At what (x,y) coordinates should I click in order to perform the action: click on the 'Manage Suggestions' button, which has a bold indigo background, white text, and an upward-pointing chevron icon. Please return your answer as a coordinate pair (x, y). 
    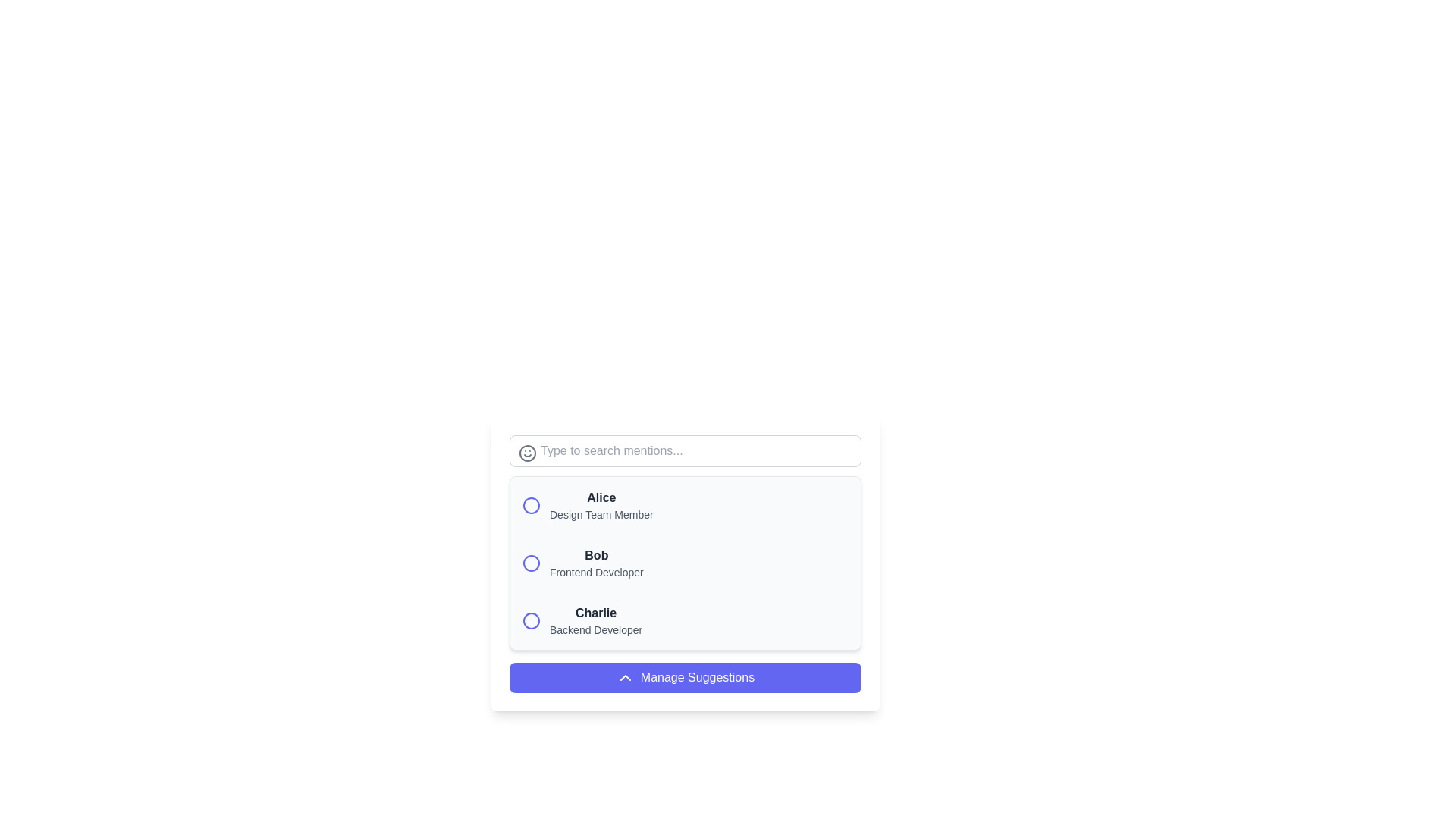
    Looking at the image, I should click on (684, 677).